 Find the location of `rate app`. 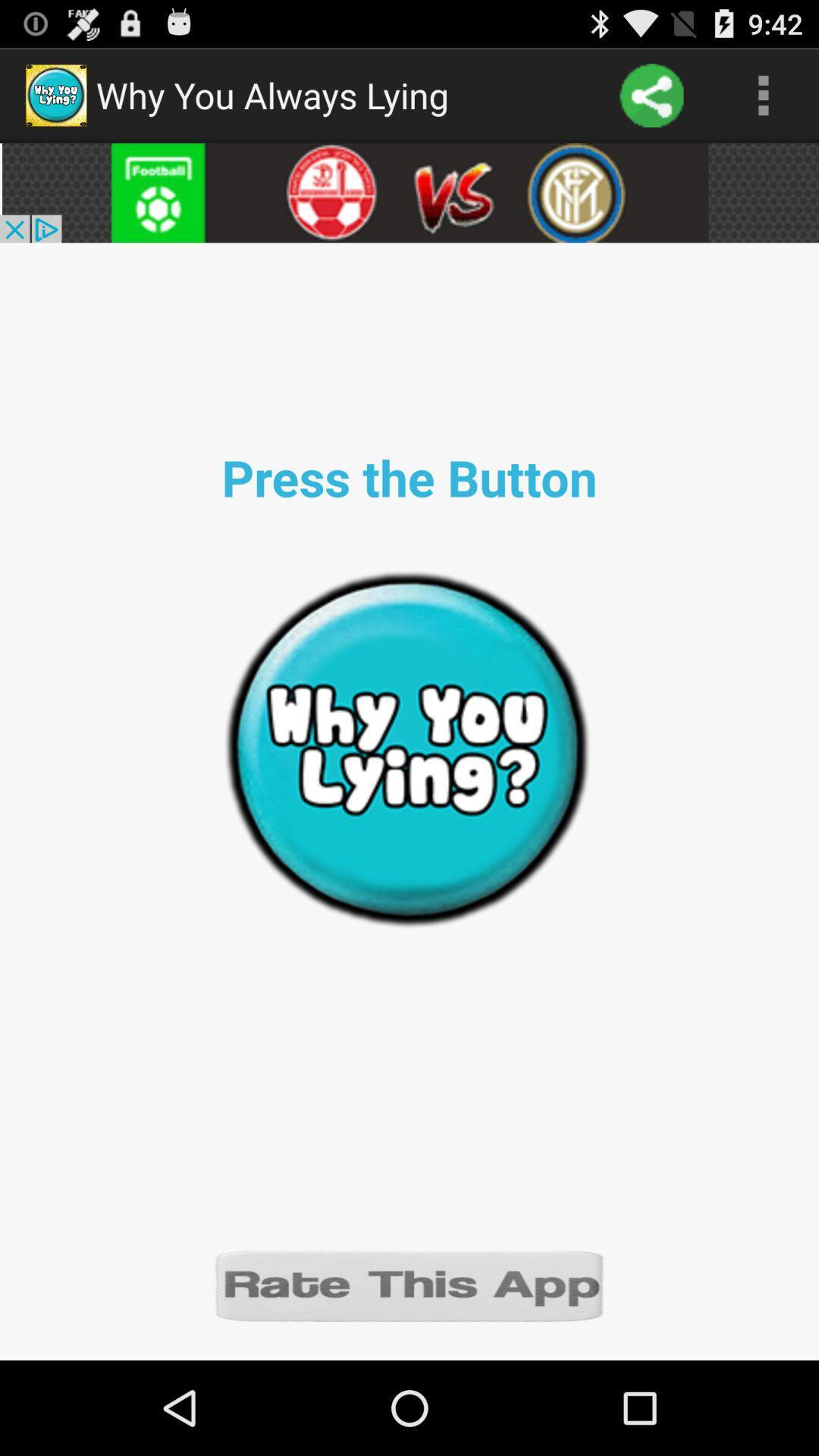

rate app is located at coordinates (409, 1284).